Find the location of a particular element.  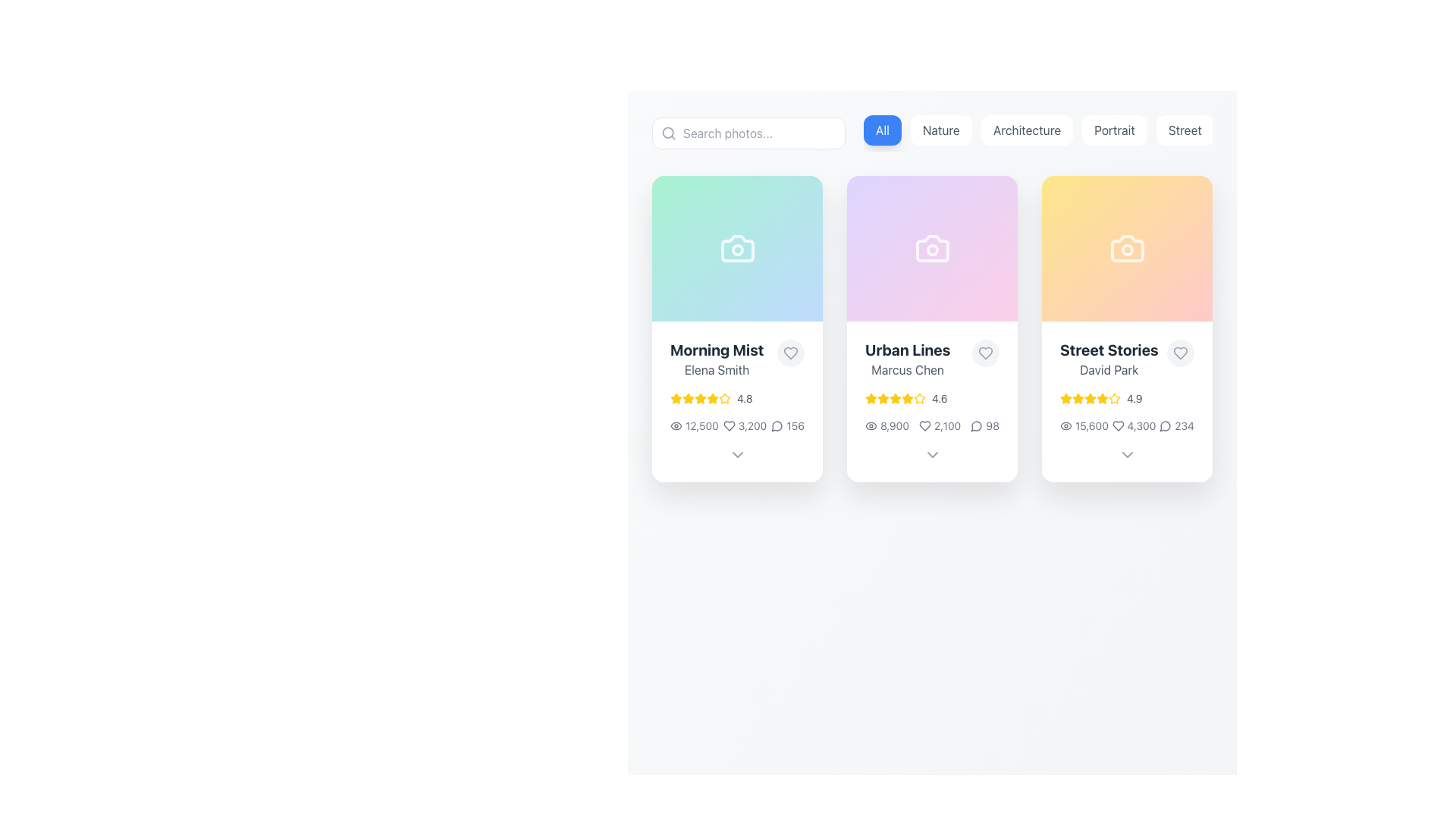

the text block containing 'Morning Mist' and 'Elena Smith' which is located in the bottom-left section of the first card in a row of three, positioned below a placeholder image icon is located at coordinates (716, 359).